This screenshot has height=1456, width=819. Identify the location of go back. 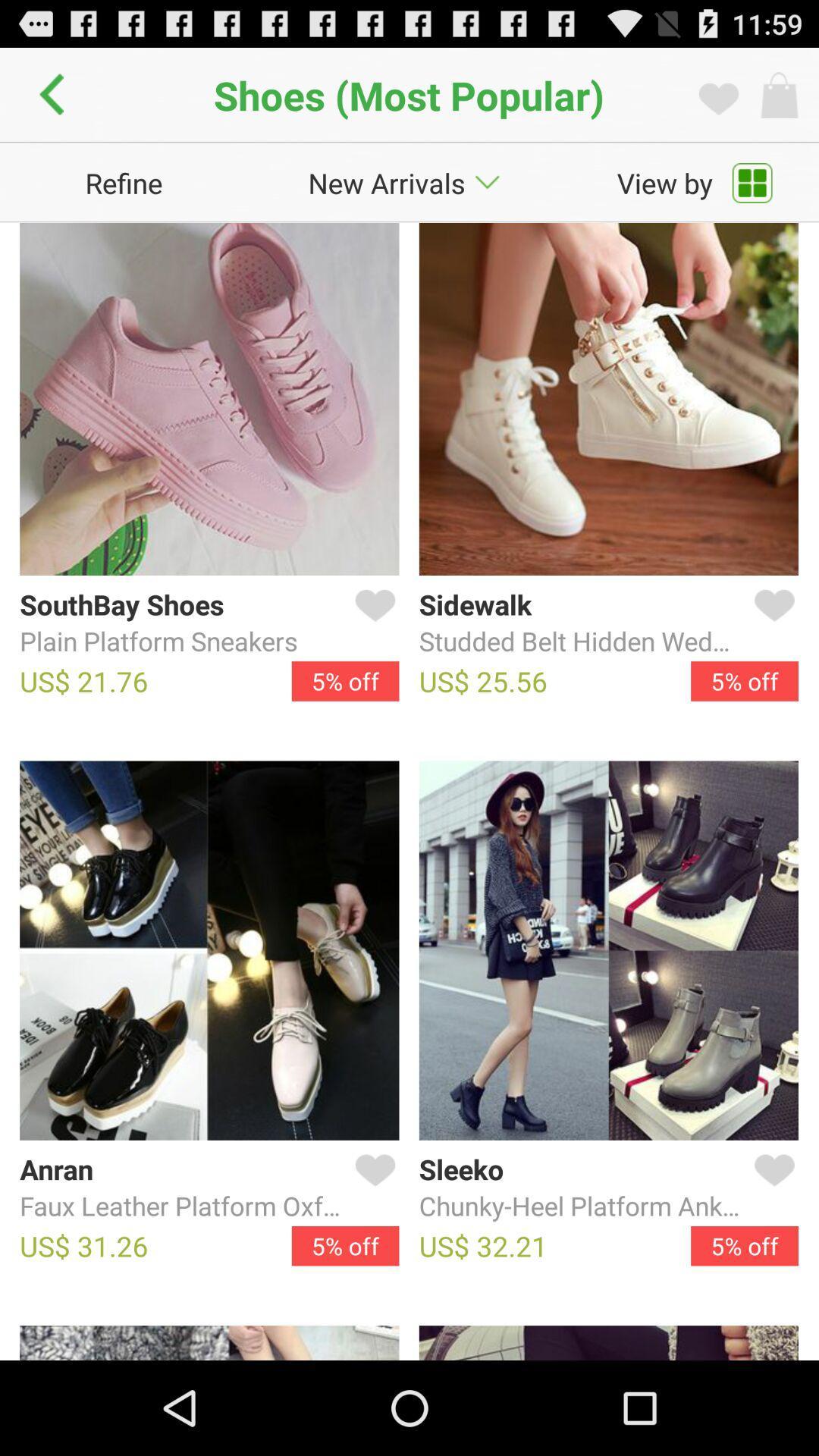
(55, 94).